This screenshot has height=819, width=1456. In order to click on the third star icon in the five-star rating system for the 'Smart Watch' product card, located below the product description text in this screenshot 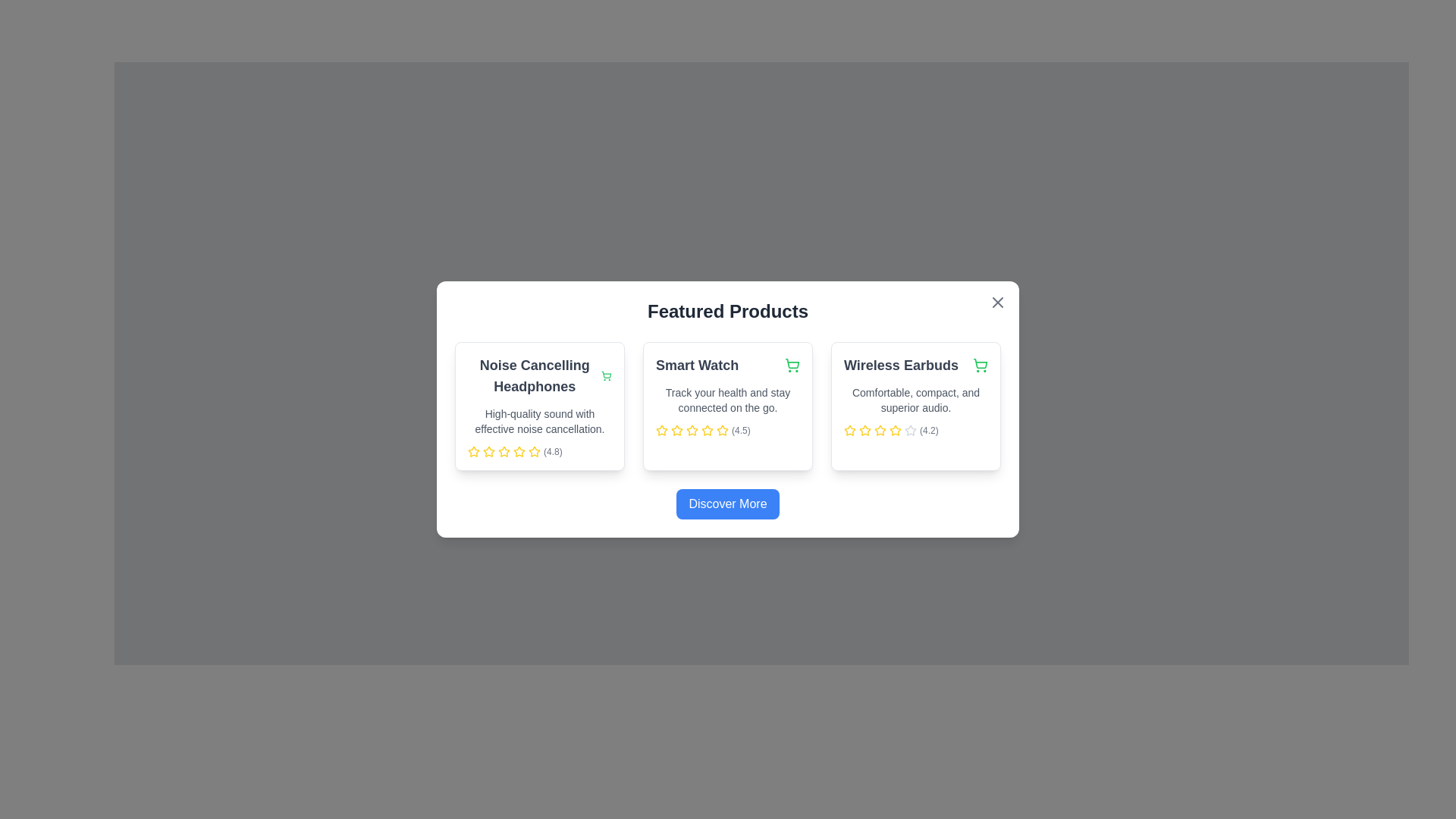, I will do `click(691, 430)`.